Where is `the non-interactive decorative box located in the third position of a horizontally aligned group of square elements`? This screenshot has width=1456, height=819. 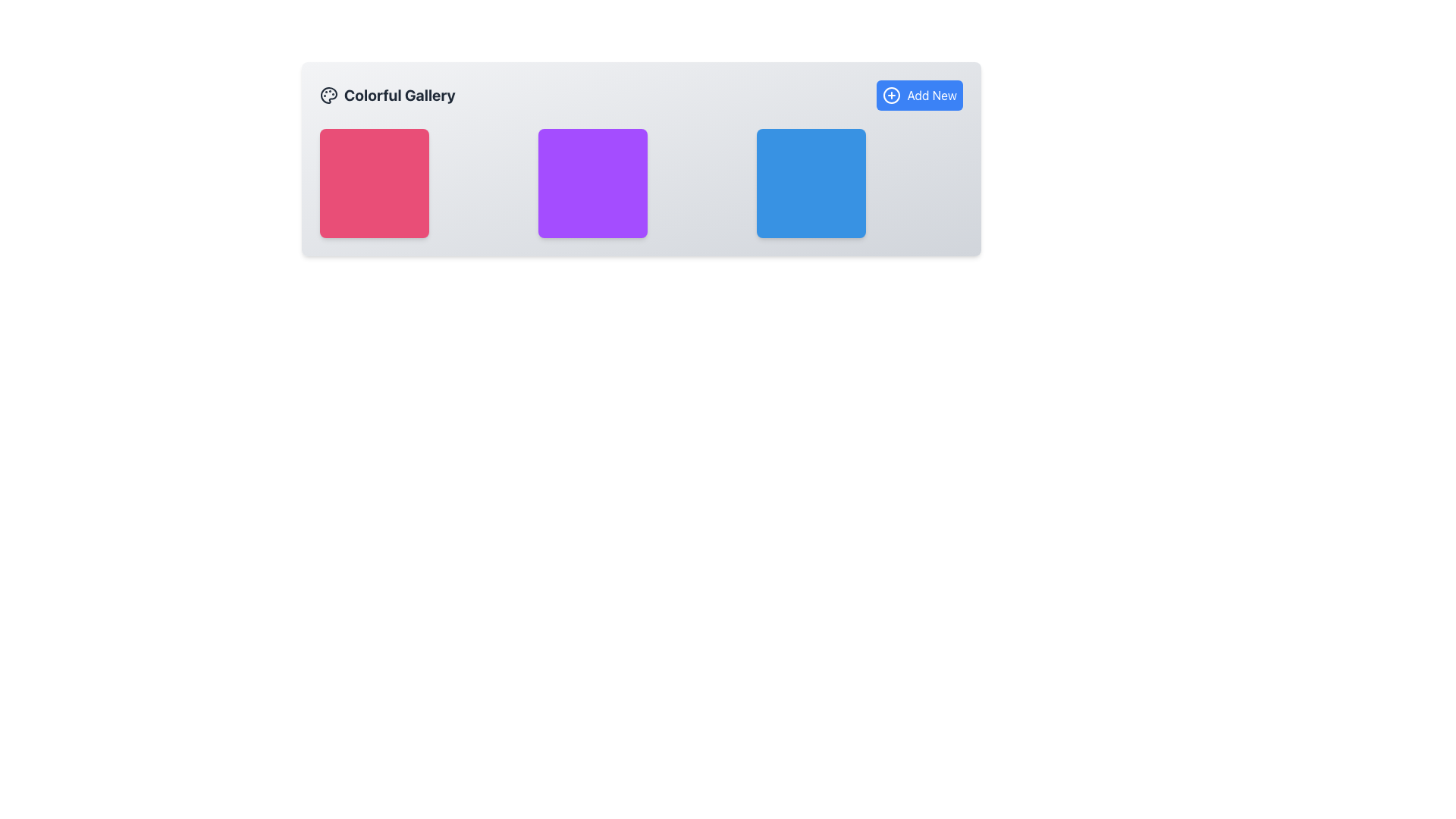
the non-interactive decorative box located in the third position of a horizontally aligned group of square elements is located at coordinates (811, 183).